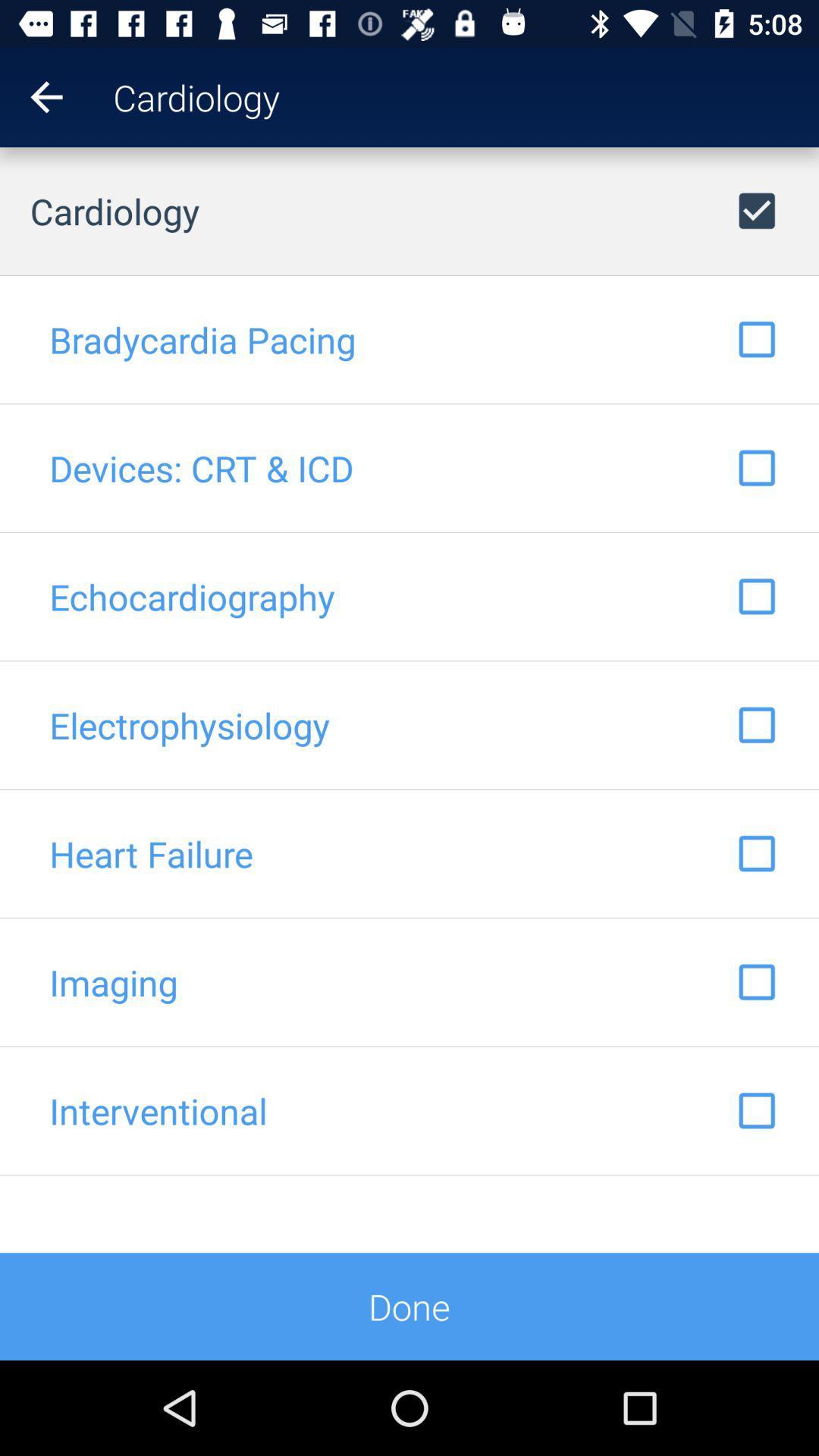 Image resolution: width=819 pixels, height=1456 pixels. Describe the element at coordinates (31, 96) in the screenshot. I see `icon next to the cardiology app` at that location.